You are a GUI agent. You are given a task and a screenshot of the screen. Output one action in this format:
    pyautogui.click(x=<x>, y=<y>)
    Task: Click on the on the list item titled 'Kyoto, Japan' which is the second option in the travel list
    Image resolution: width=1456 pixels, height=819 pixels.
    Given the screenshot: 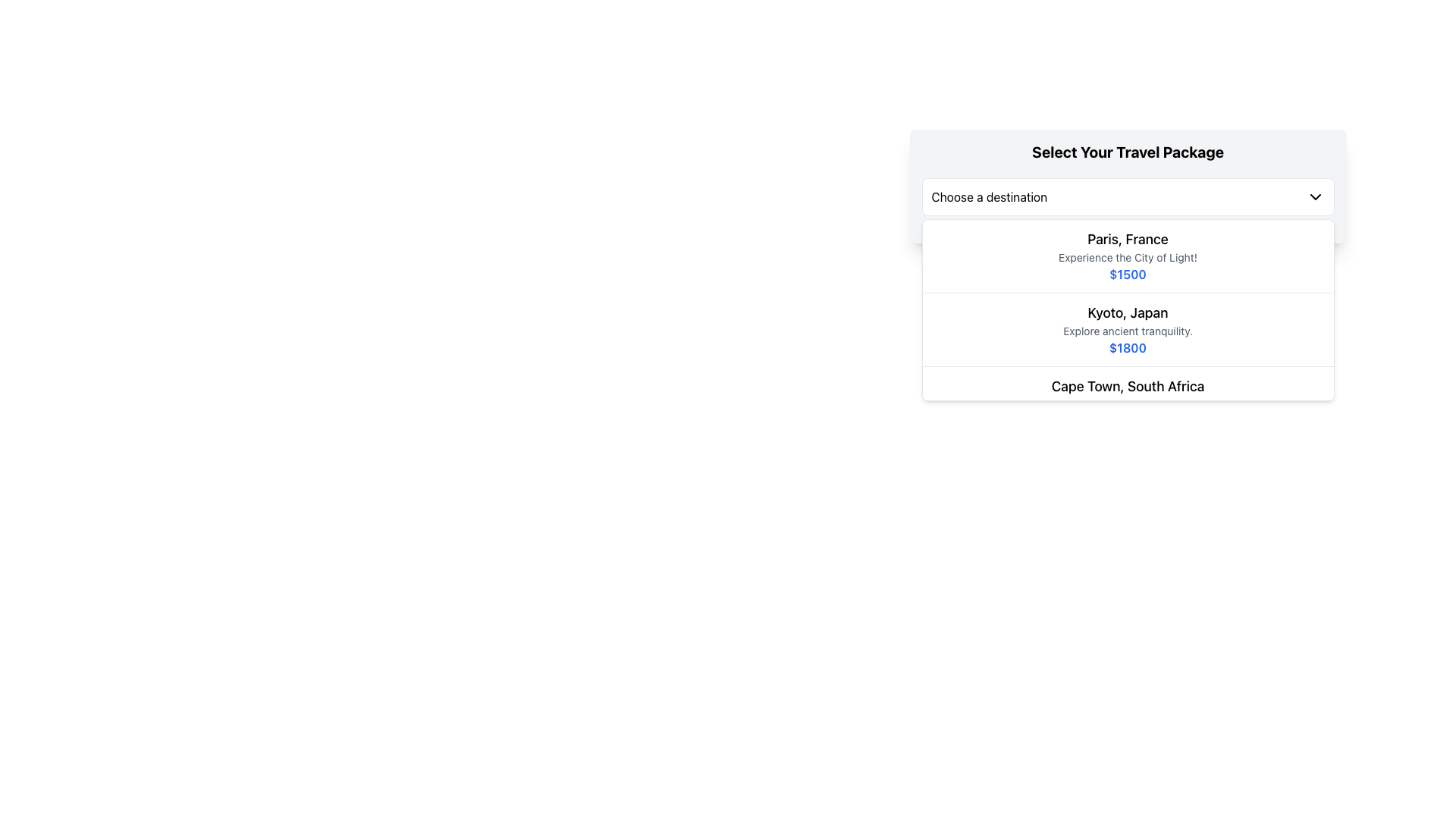 What is the action you would take?
    pyautogui.click(x=1128, y=329)
    